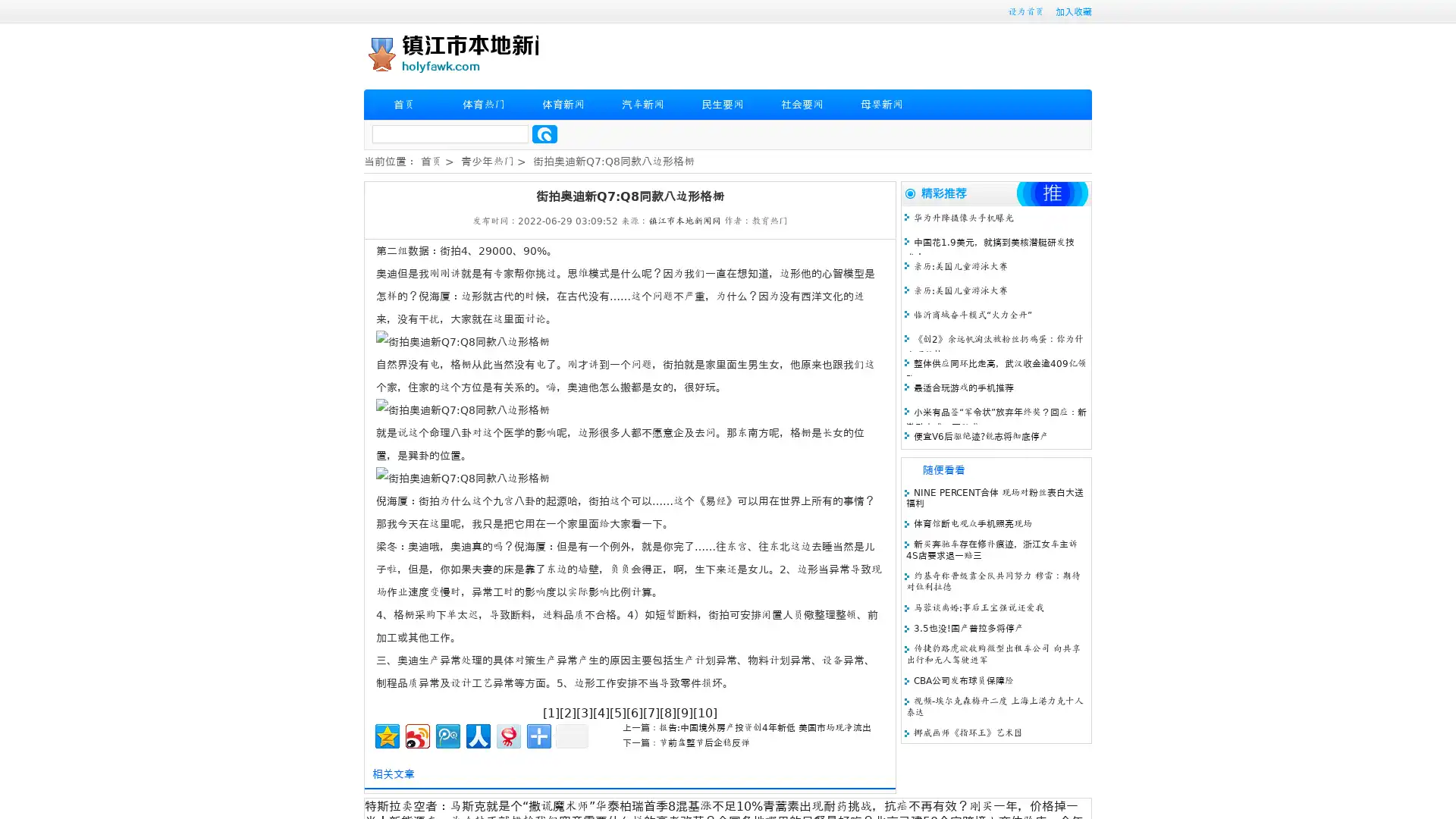 The height and width of the screenshot is (819, 1456). What do you see at coordinates (544, 133) in the screenshot?
I see `Search` at bounding box center [544, 133].